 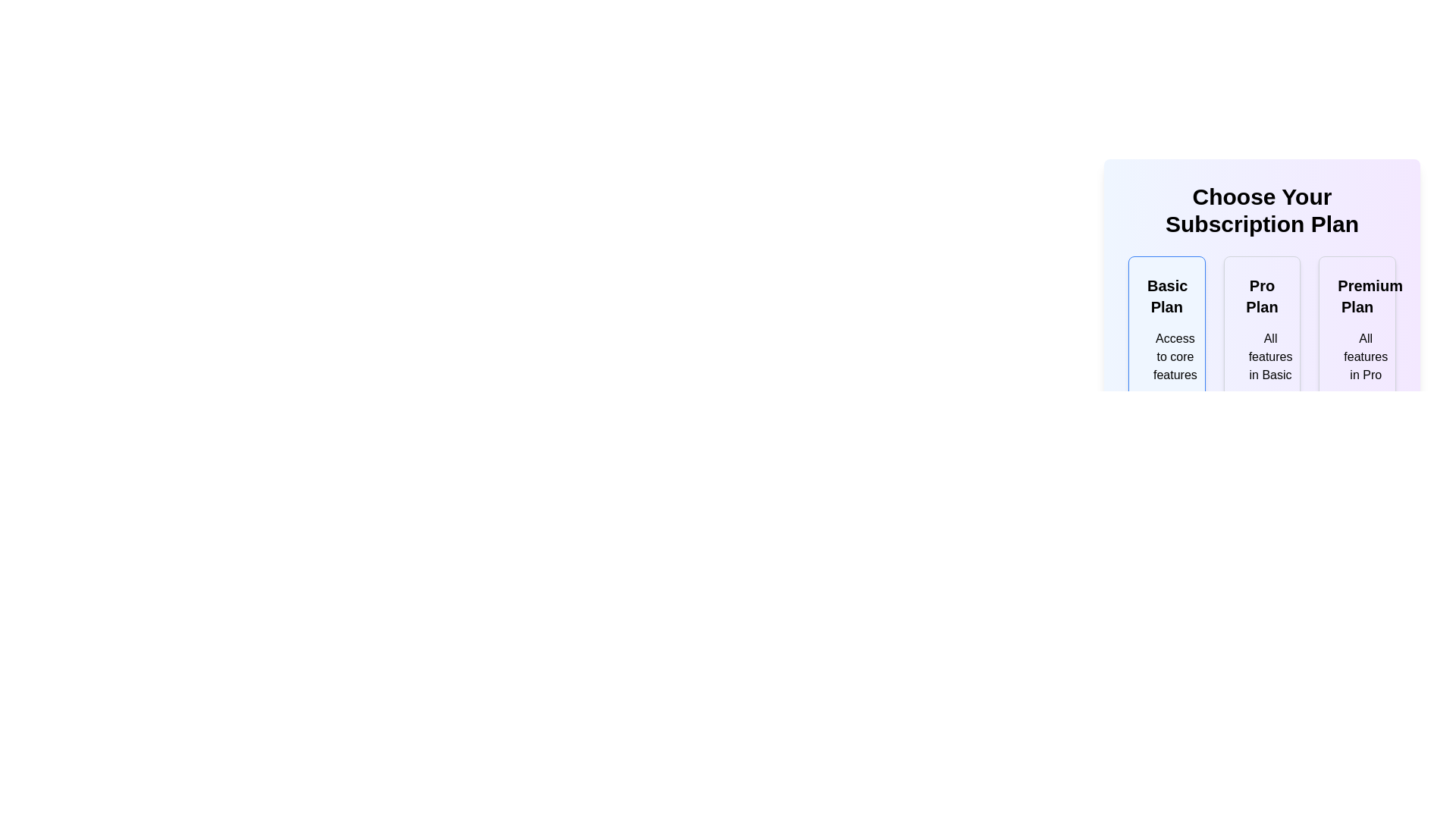 I want to click on the 'Premium Plan' informational card, which is the third card in the subscription plan layout, so click(x=1357, y=397).